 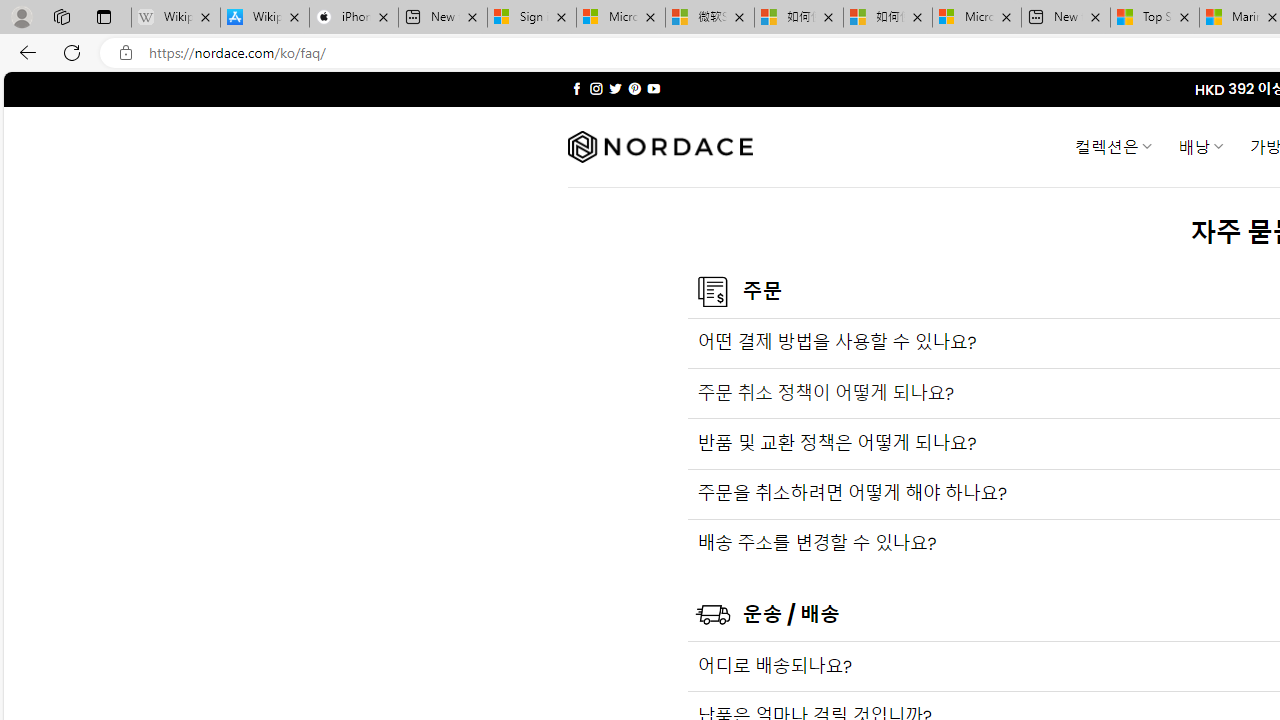 What do you see at coordinates (633, 88) in the screenshot?
I see `'Follow on Pinterest'` at bounding box center [633, 88].